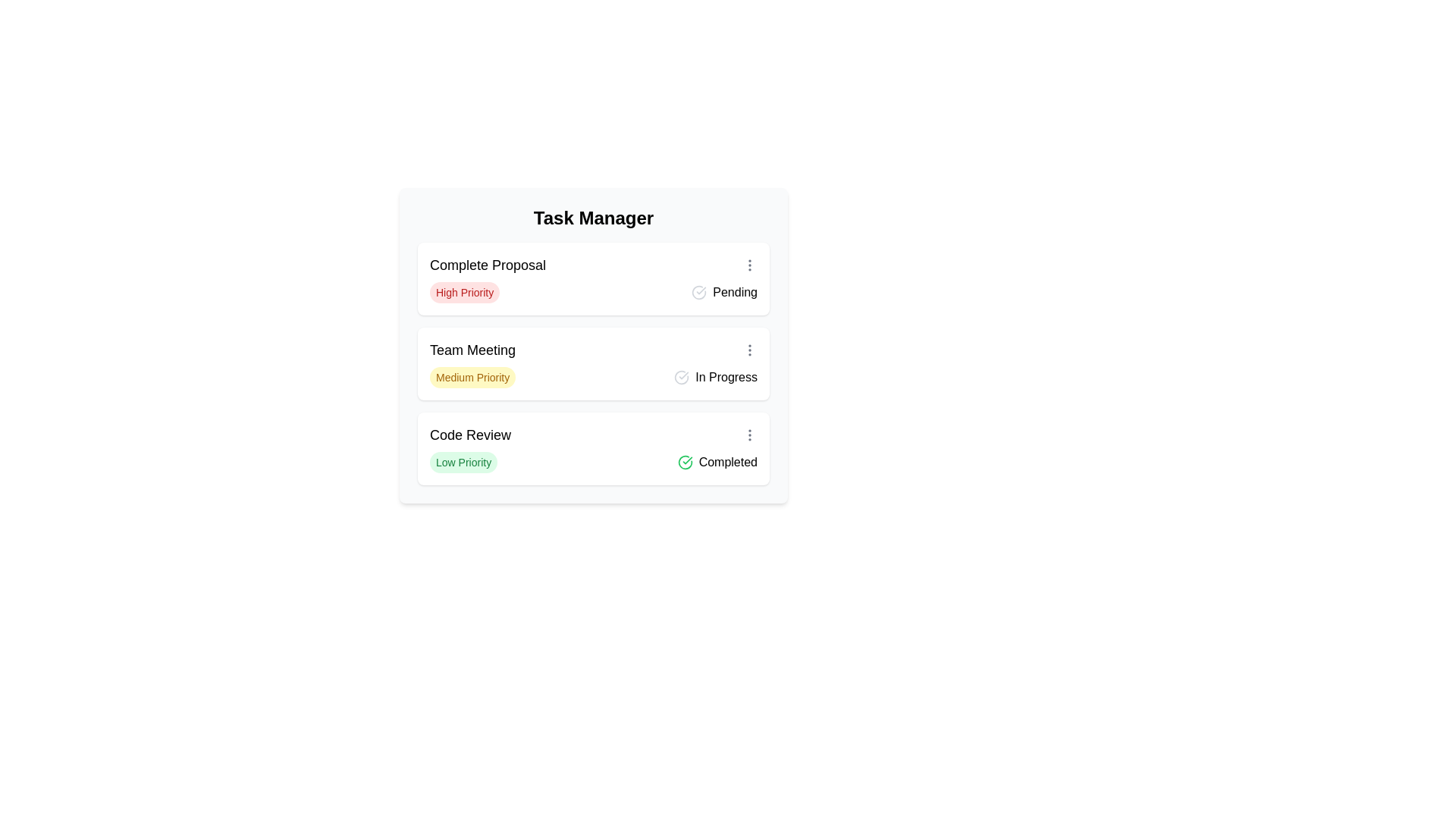  I want to click on the non-interactive text label indicating the current status of the task located in the upper-right corner of the task item labeled 'Complete Proposal', so click(735, 292).